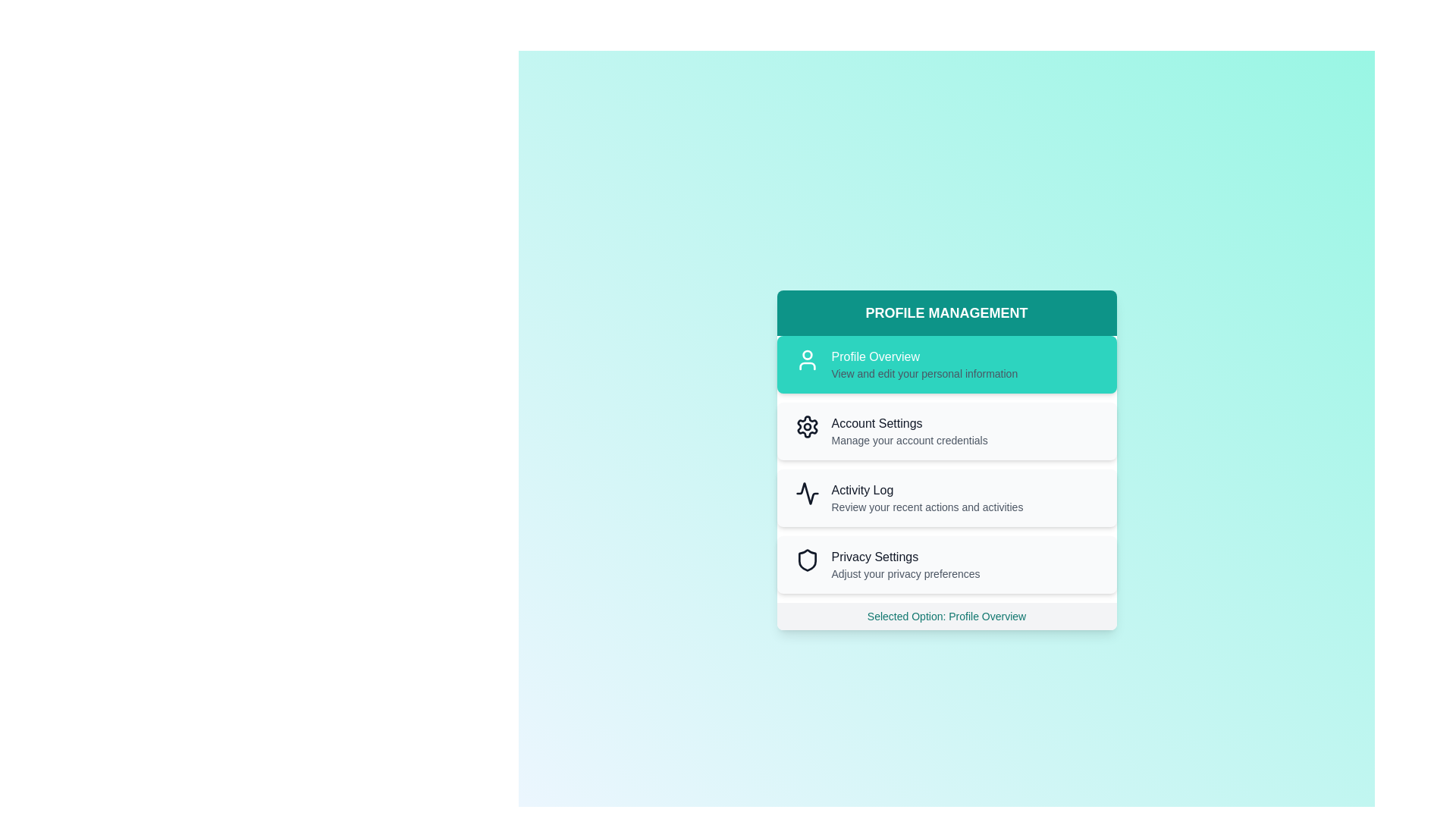 The height and width of the screenshot is (819, 1456). What do you see at coordinates (946, 497) in the screenshot?
I see `the menu option Activity Log by clicking on it` at bounding box center [946, 497].